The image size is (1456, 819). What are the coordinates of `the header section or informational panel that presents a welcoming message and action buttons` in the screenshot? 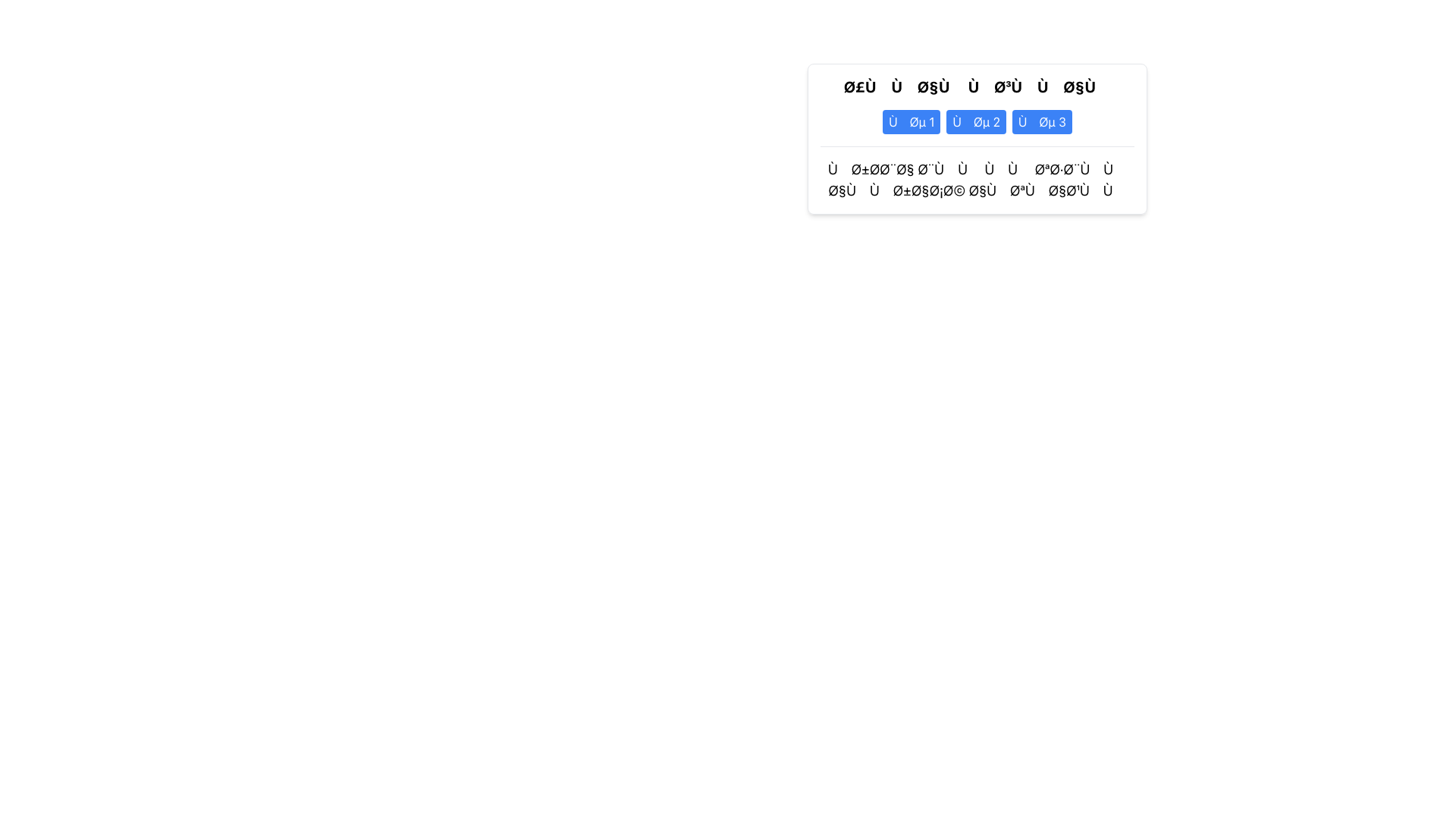 It's located at (977, 138).